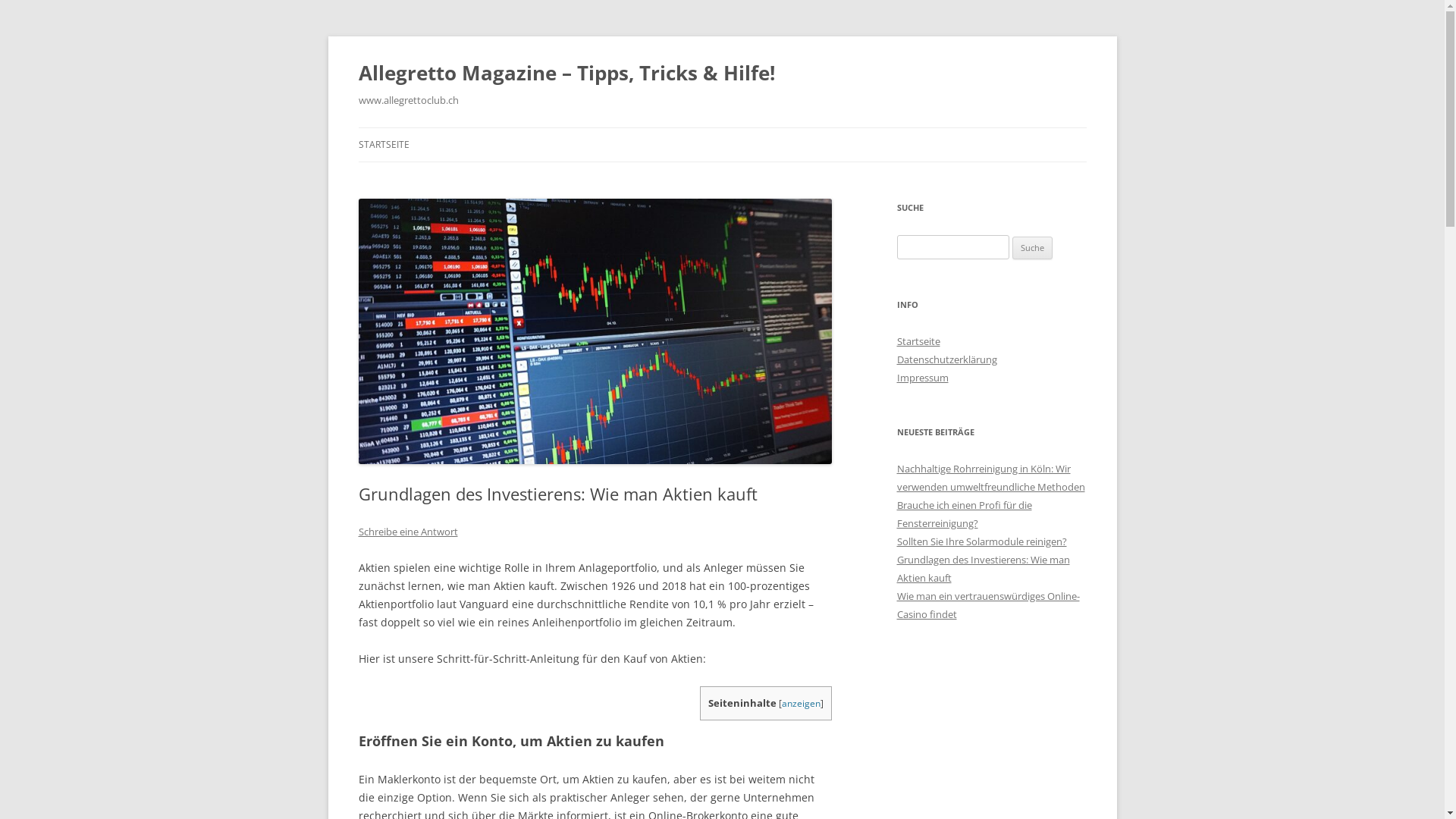 The height and width of the screenshot is (819, 1456). What do you see at coordinates (981, 540) in the screenshot?
I see `'Sollten Sie Ihre Solarmodule reinigen?'` at bounding box center [981, 540].